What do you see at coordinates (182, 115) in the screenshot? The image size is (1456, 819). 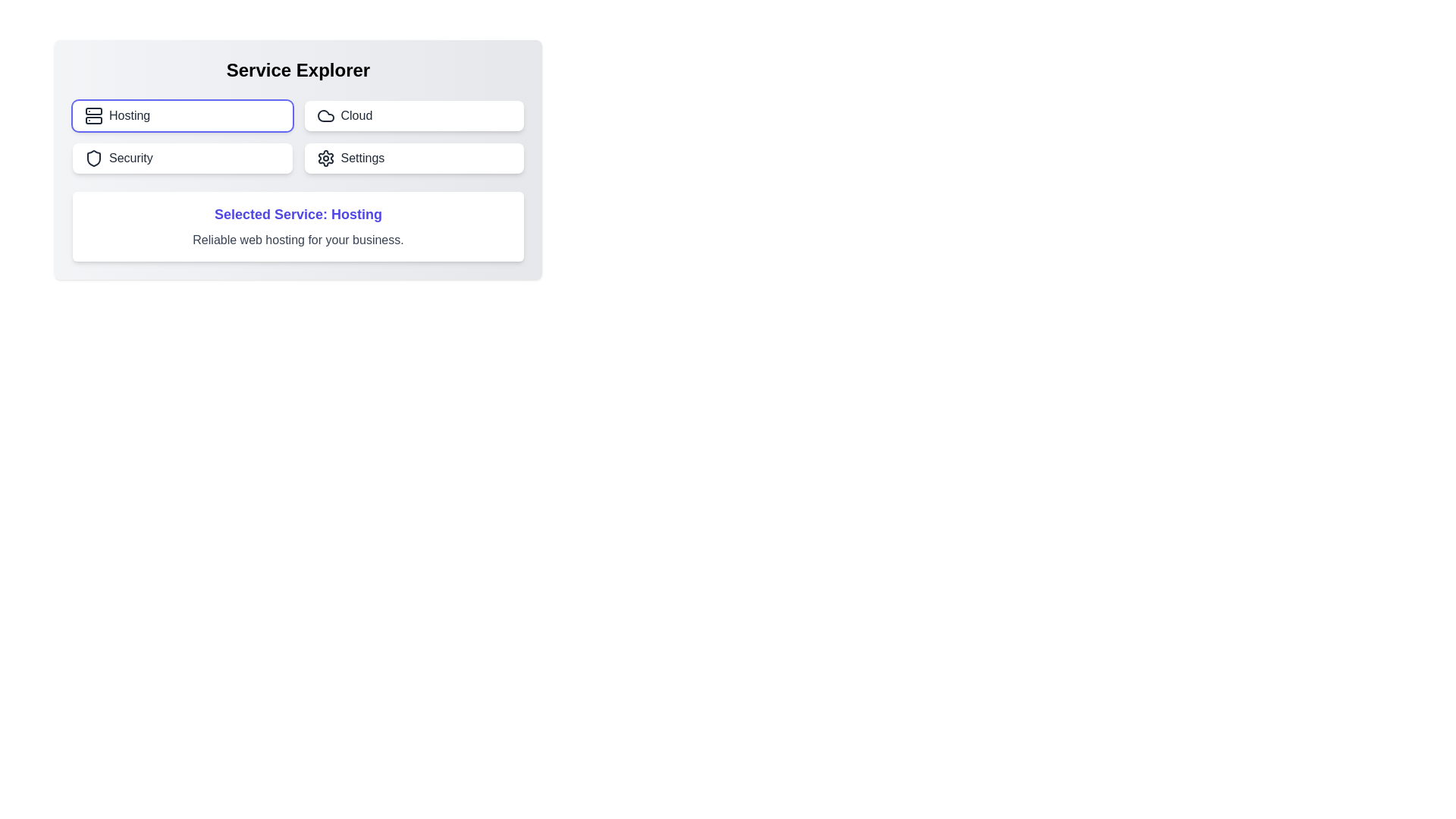 I see `the 'Hosting' service button located in the upper-left part of the 'Service Explorer' panel` at bounding box center [182, 115].